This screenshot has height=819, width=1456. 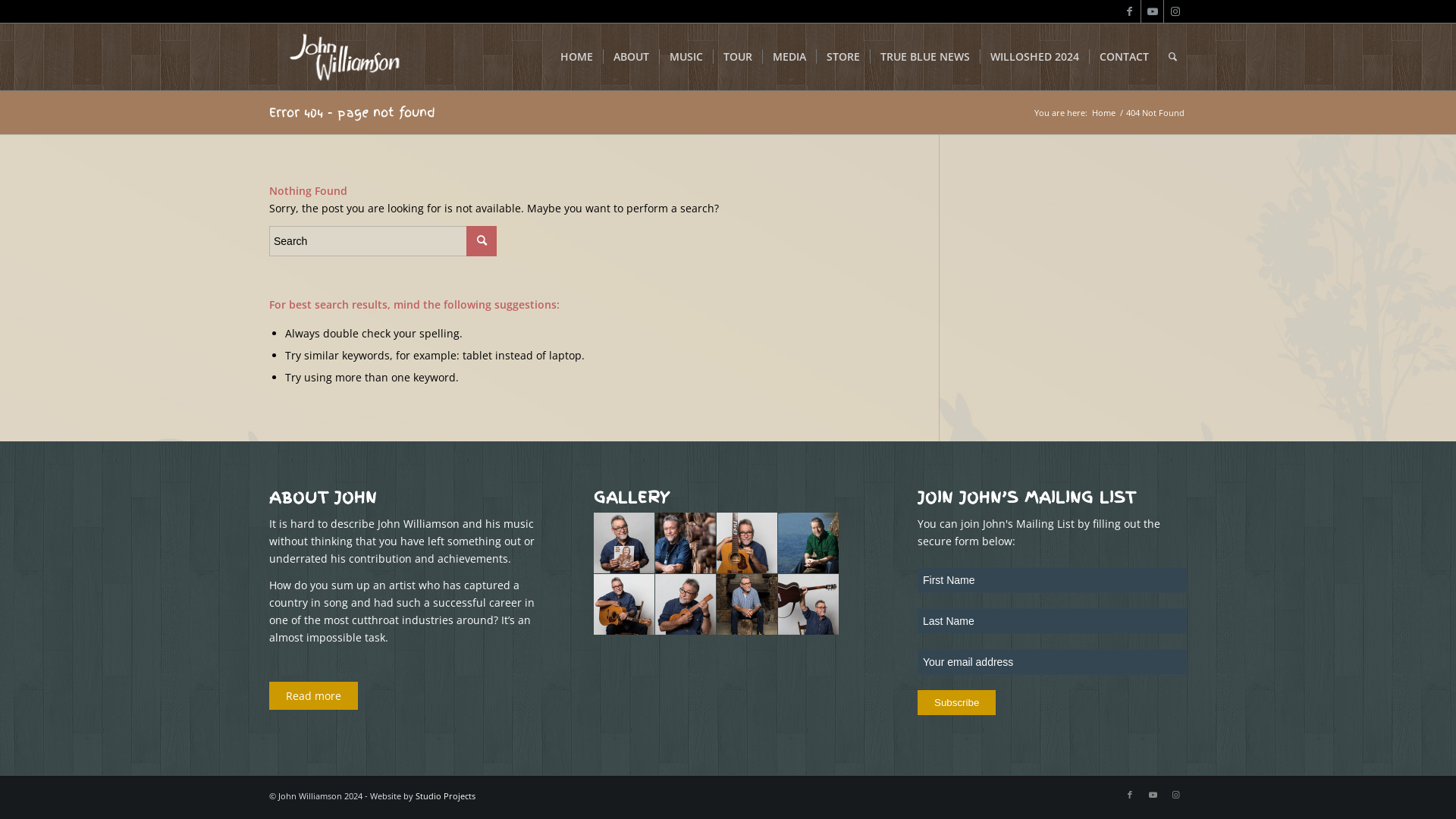 I want to click on 'TRUE BLUE NEWS', so click(x=924, y=55).